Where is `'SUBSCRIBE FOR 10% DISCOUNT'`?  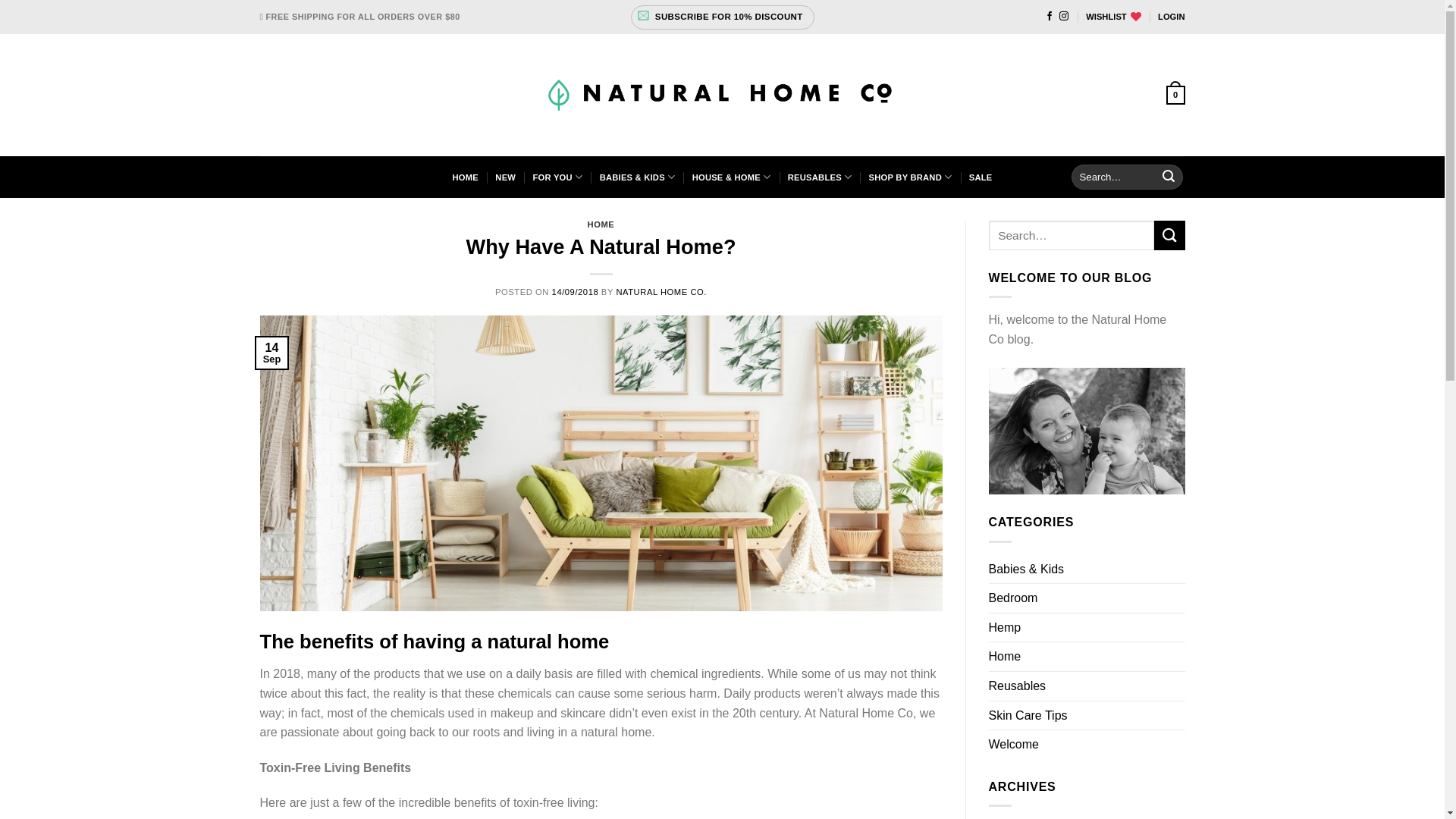
'SUBSCRIBE FOR 10% DISCOUNT' is located at coordinates (722, 17).